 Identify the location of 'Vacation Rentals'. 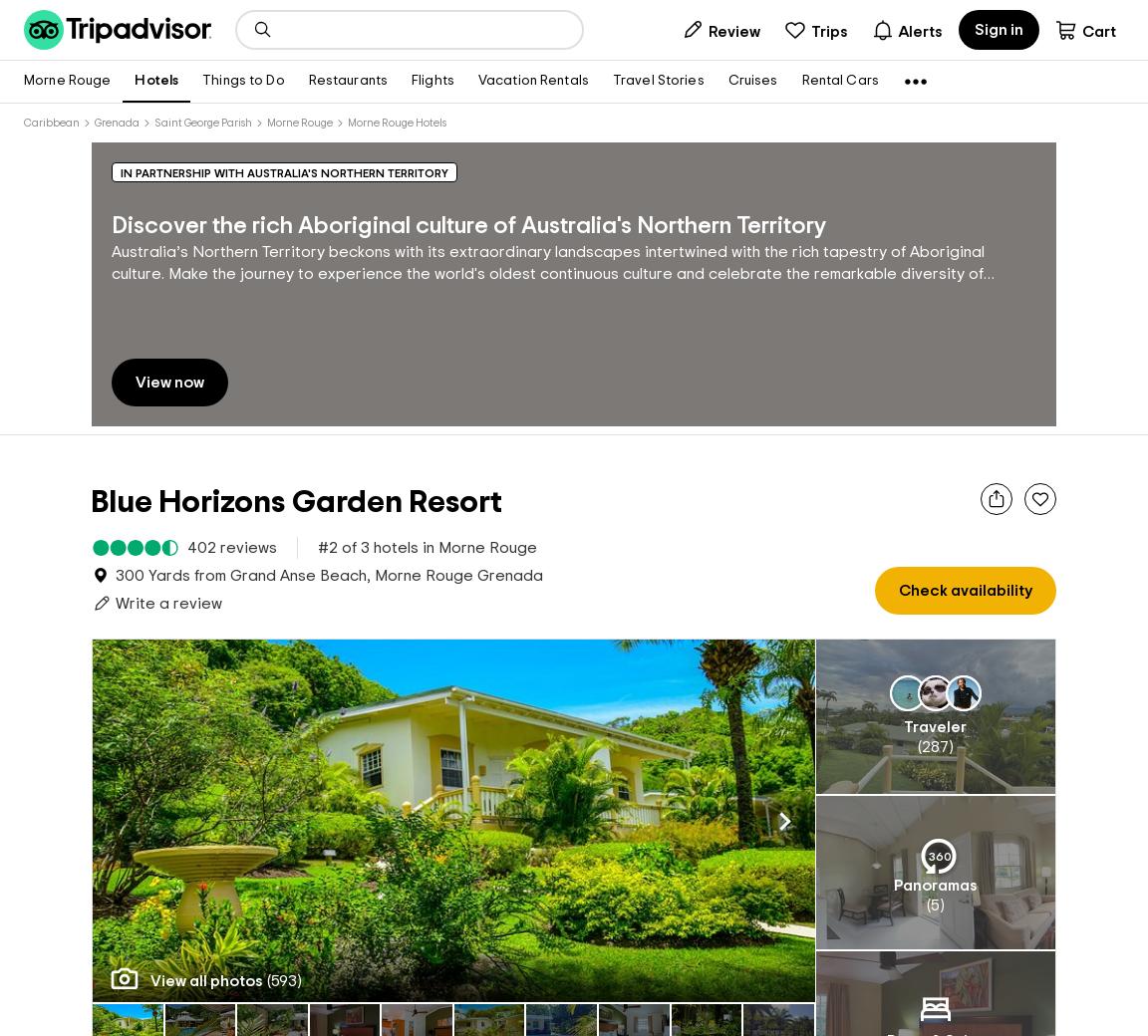
(477, 80).